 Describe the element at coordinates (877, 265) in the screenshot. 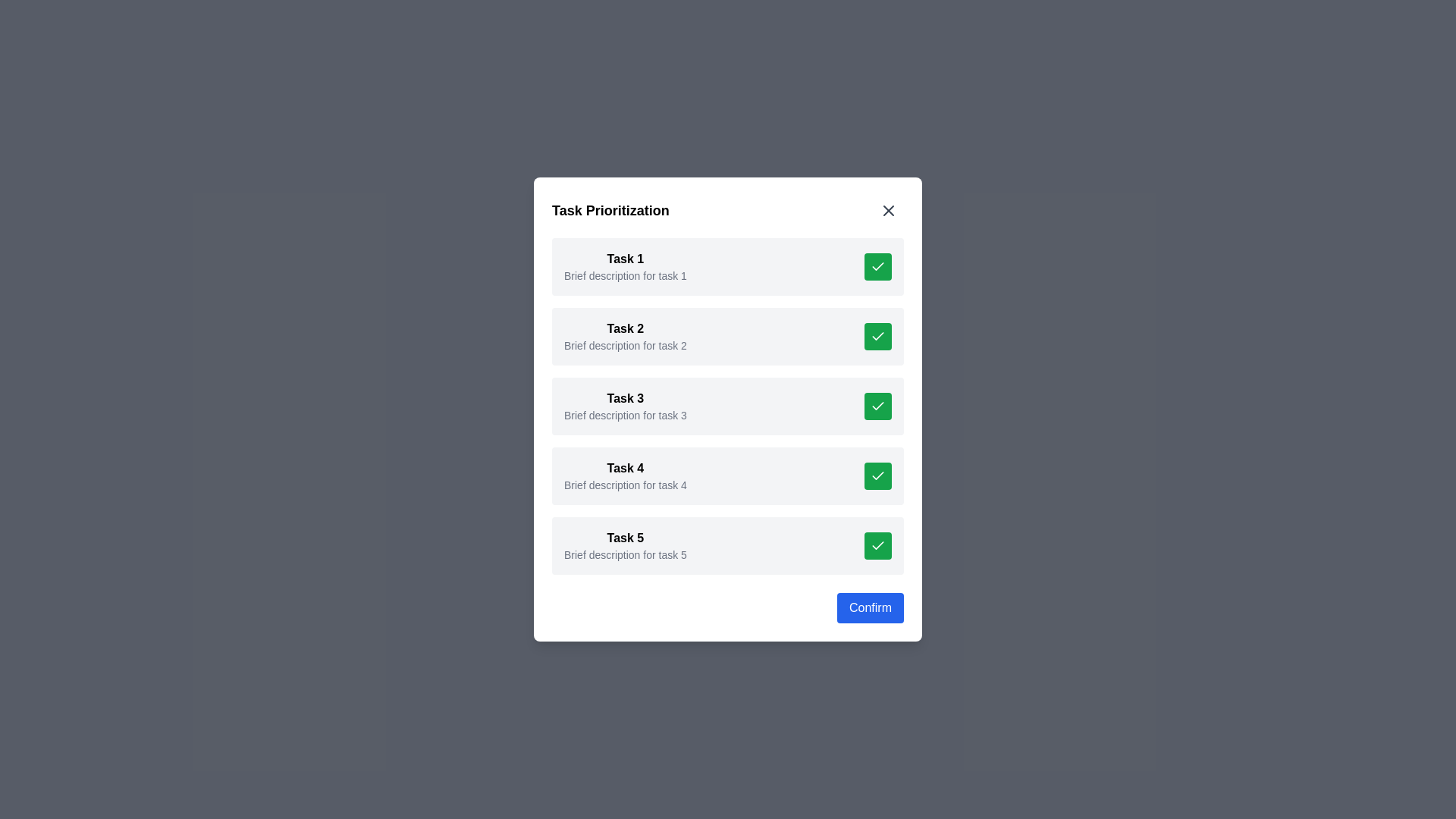

I see `white checkmark icon located inside the green square button, which is positioned to the far right of the row labeled 'Task 1' in the task list interface` at that location.